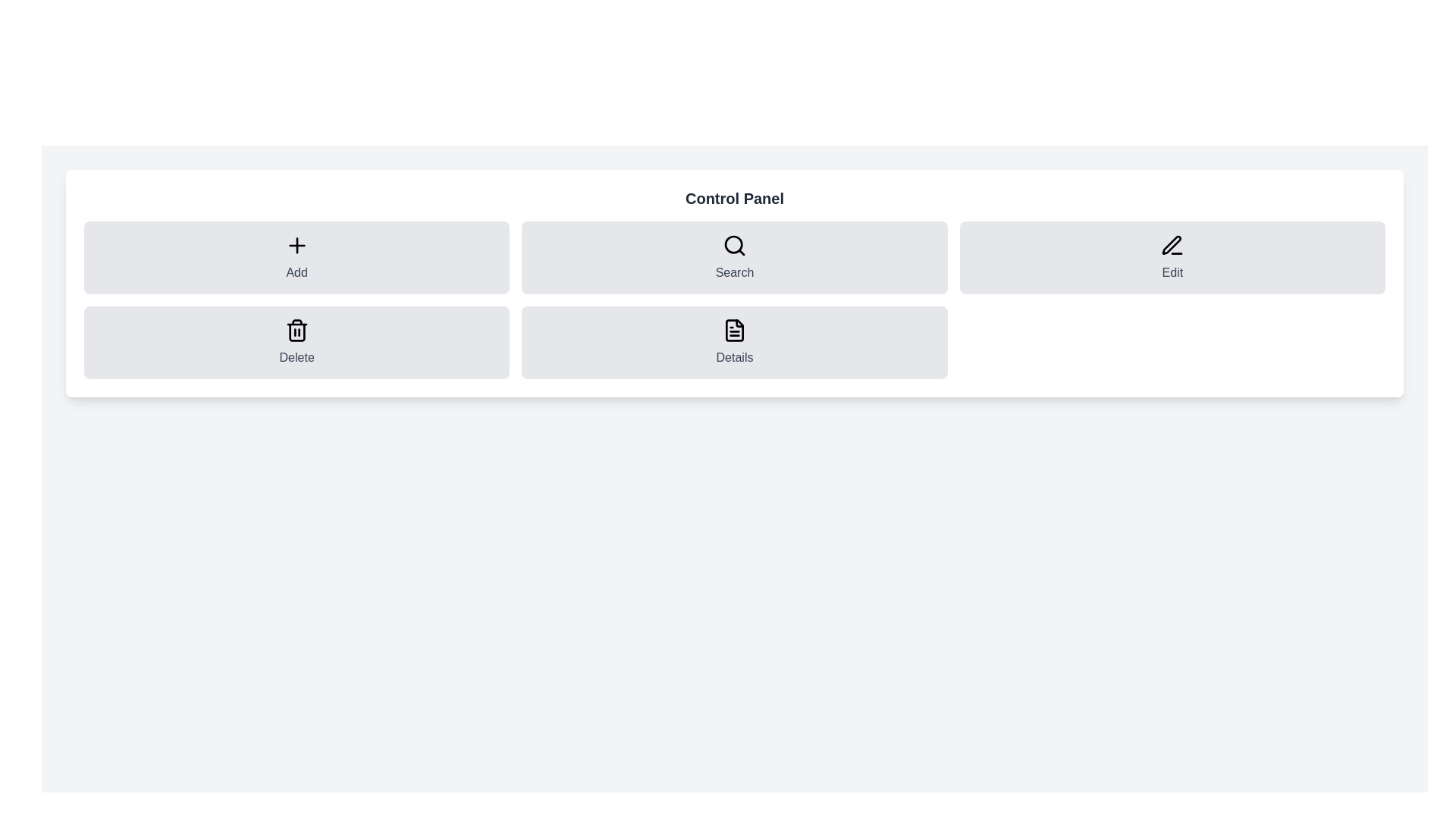 The height and width of the screenshot is (819, 1456). I want to click on the 'Edit' icon located in the top-right panel of the control panel, so click(1172, 245).